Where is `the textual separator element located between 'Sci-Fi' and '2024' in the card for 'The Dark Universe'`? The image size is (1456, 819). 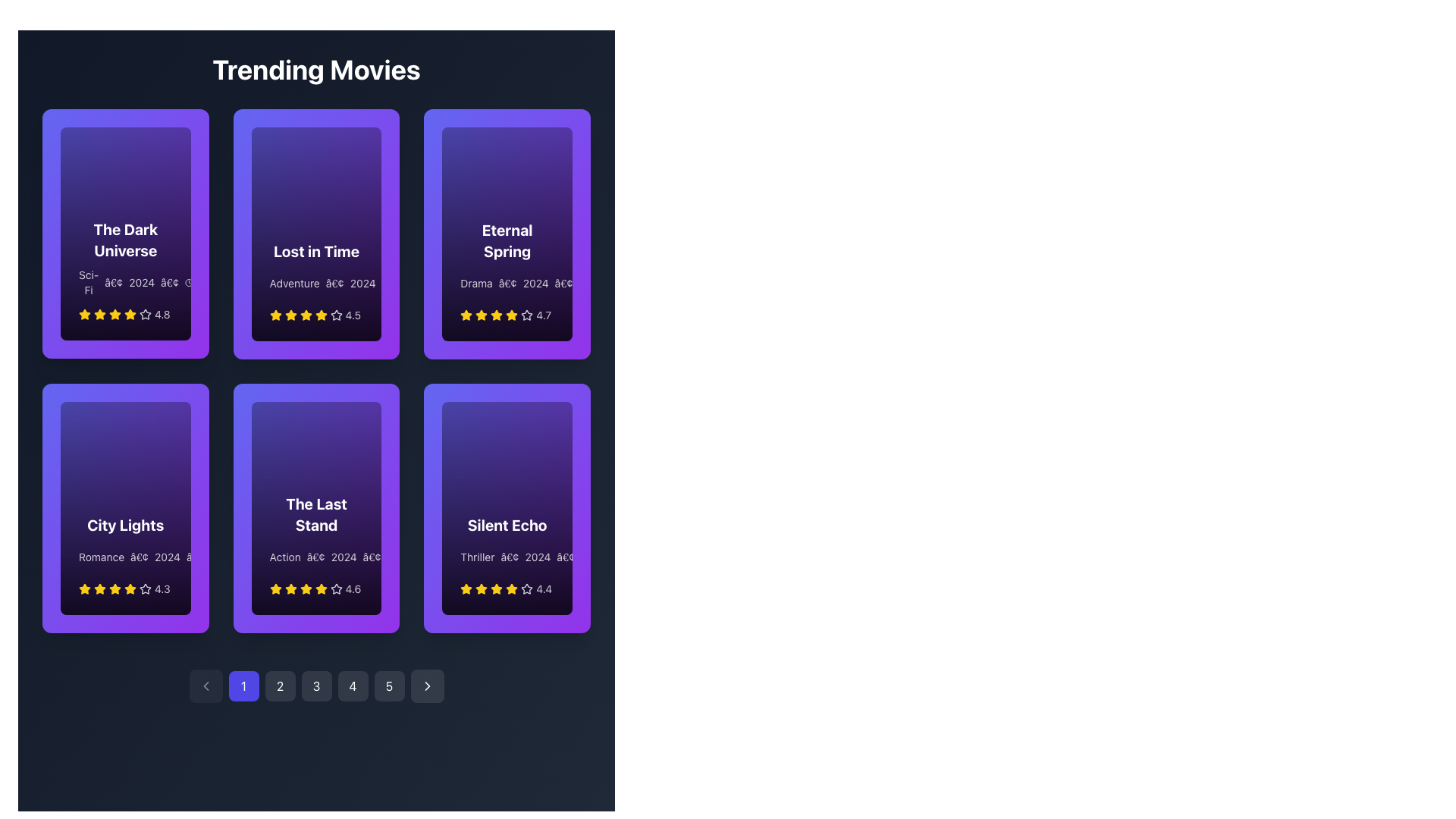 the textual separator element located between 'Sci-Fi' and '2024' in the card for 'The Dark Universe' is located at coordinates (113, 283).